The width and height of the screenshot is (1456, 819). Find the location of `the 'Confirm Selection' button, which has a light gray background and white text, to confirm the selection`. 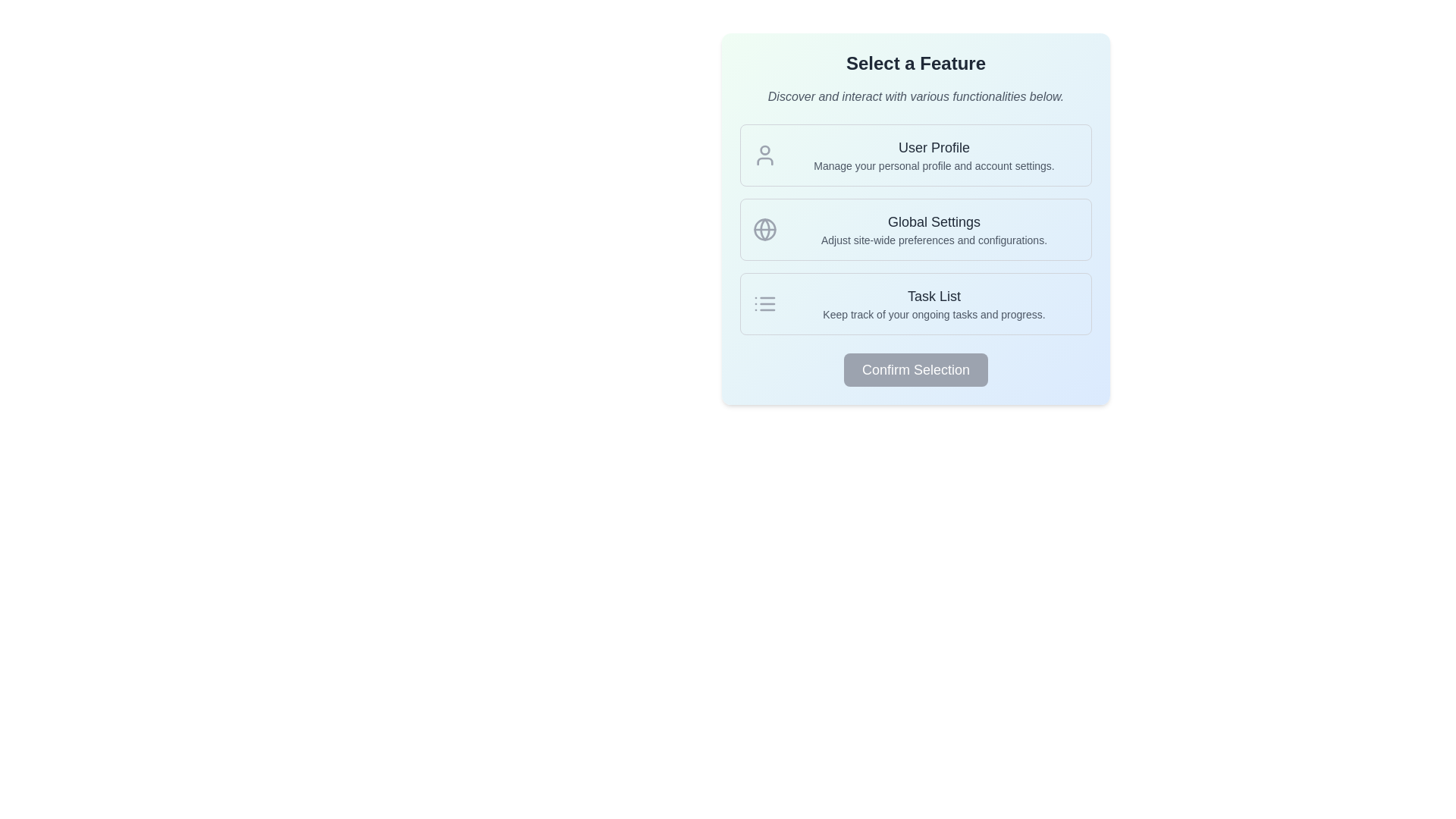

the 'Confirm Selection' button, which has a light gray background and white text, to confirm the selection is located at coordinates (915, 370).